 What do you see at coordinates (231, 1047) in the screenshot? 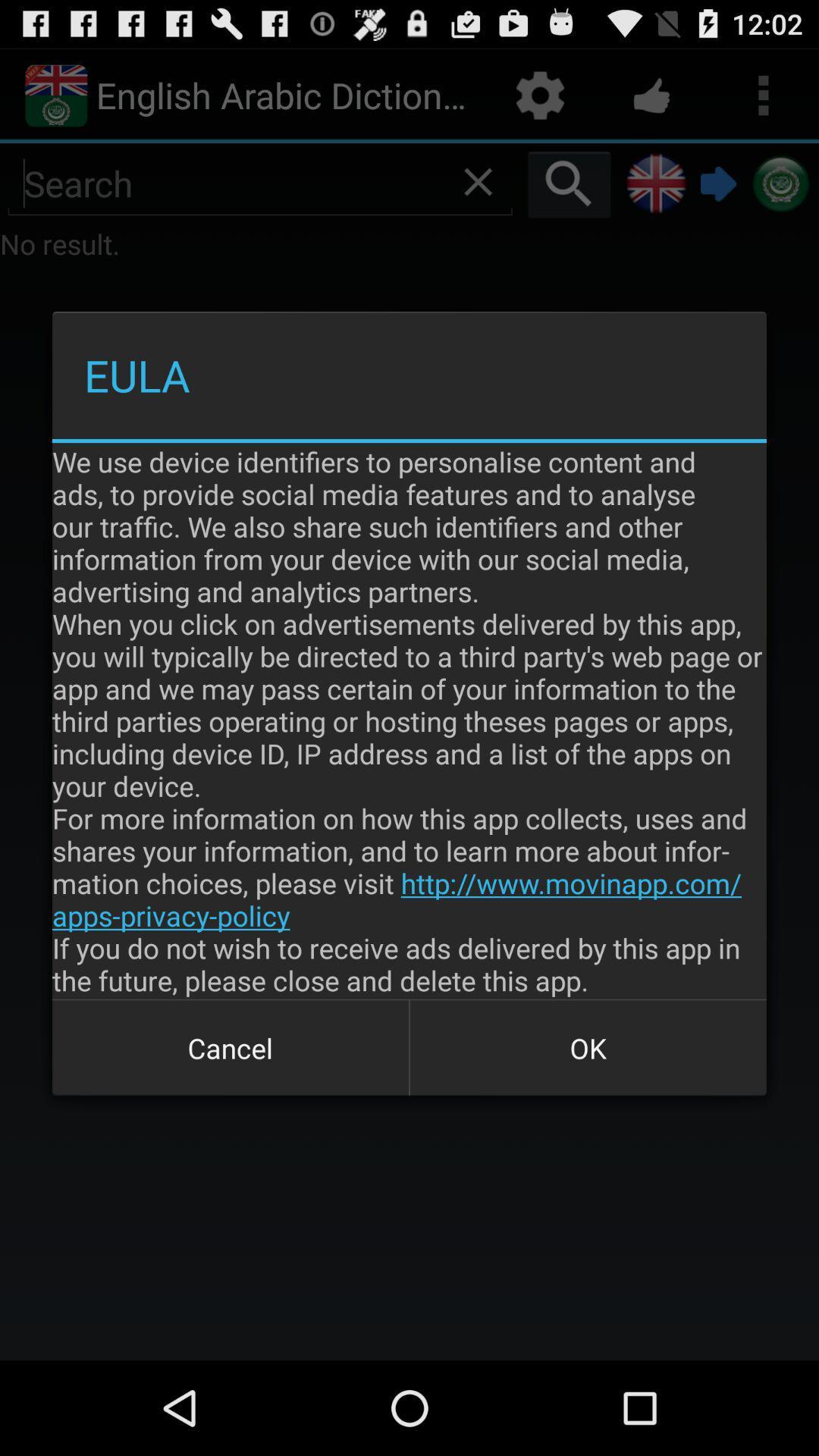
I see `the icon next to the ok icon` at bounding box center [231, 1047].